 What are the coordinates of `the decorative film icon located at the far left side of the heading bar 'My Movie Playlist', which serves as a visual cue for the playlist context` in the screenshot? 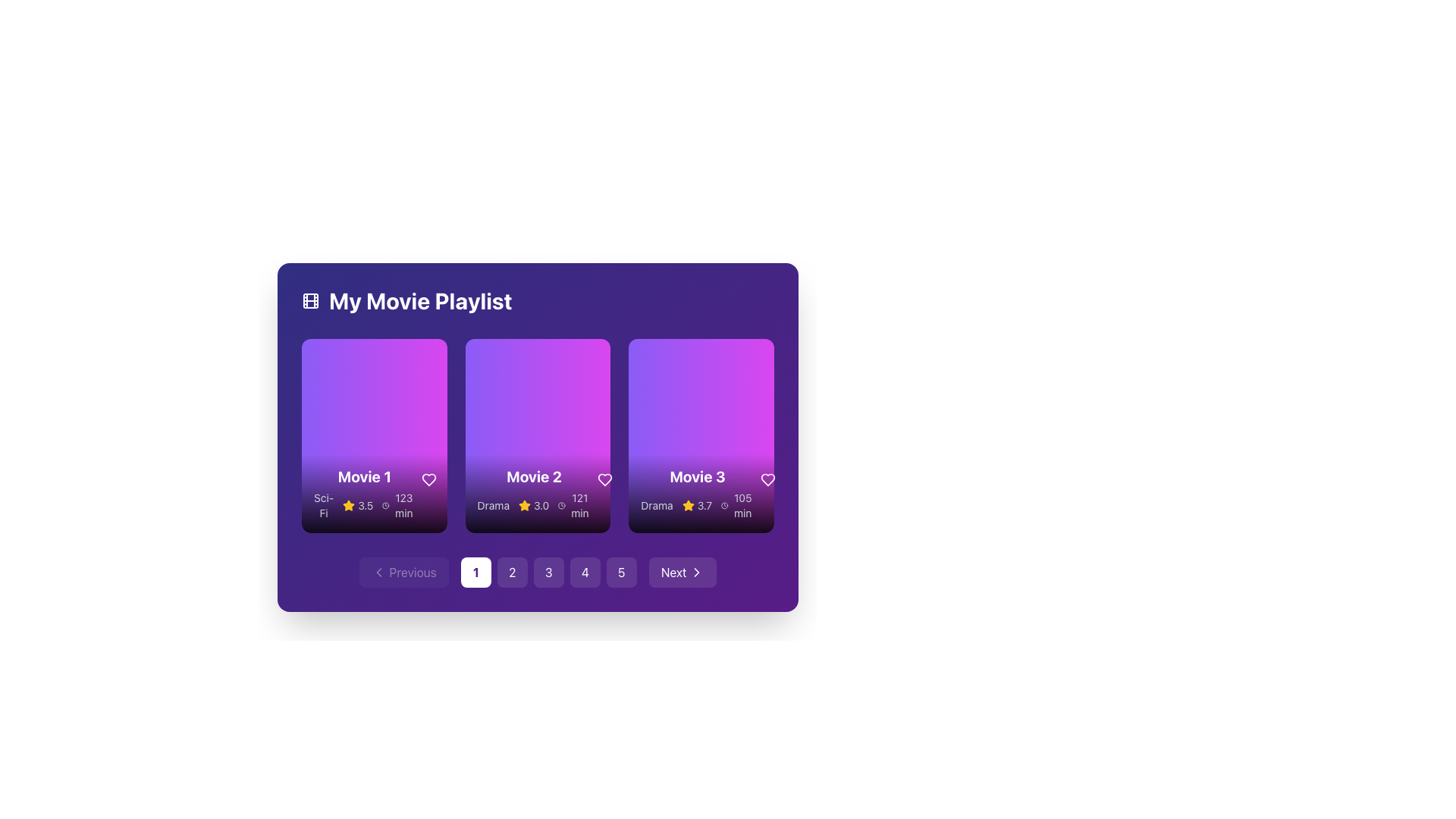 It's located at (309, 301).